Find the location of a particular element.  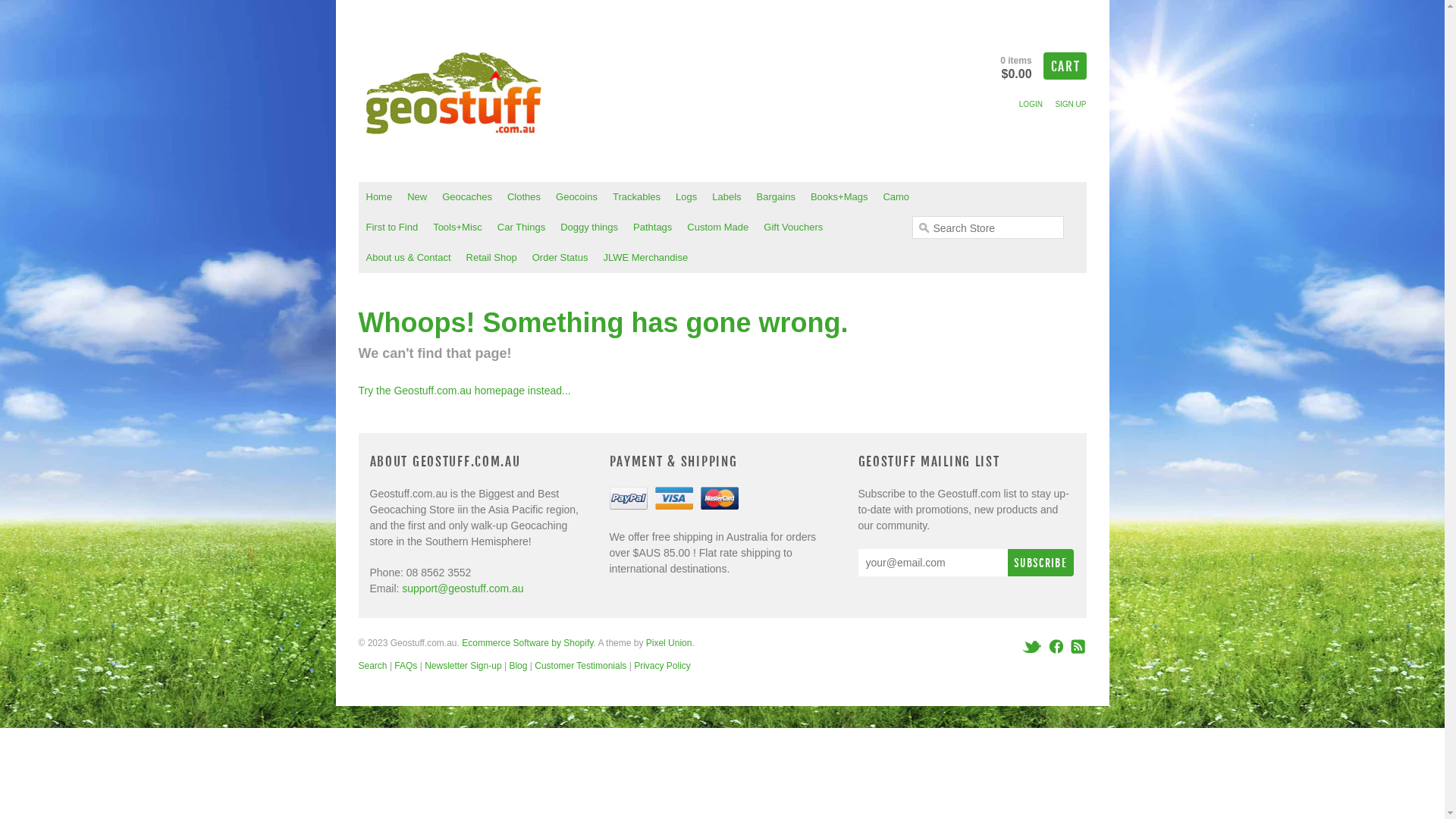

'First to Find' is located at coordinates (391, 227).